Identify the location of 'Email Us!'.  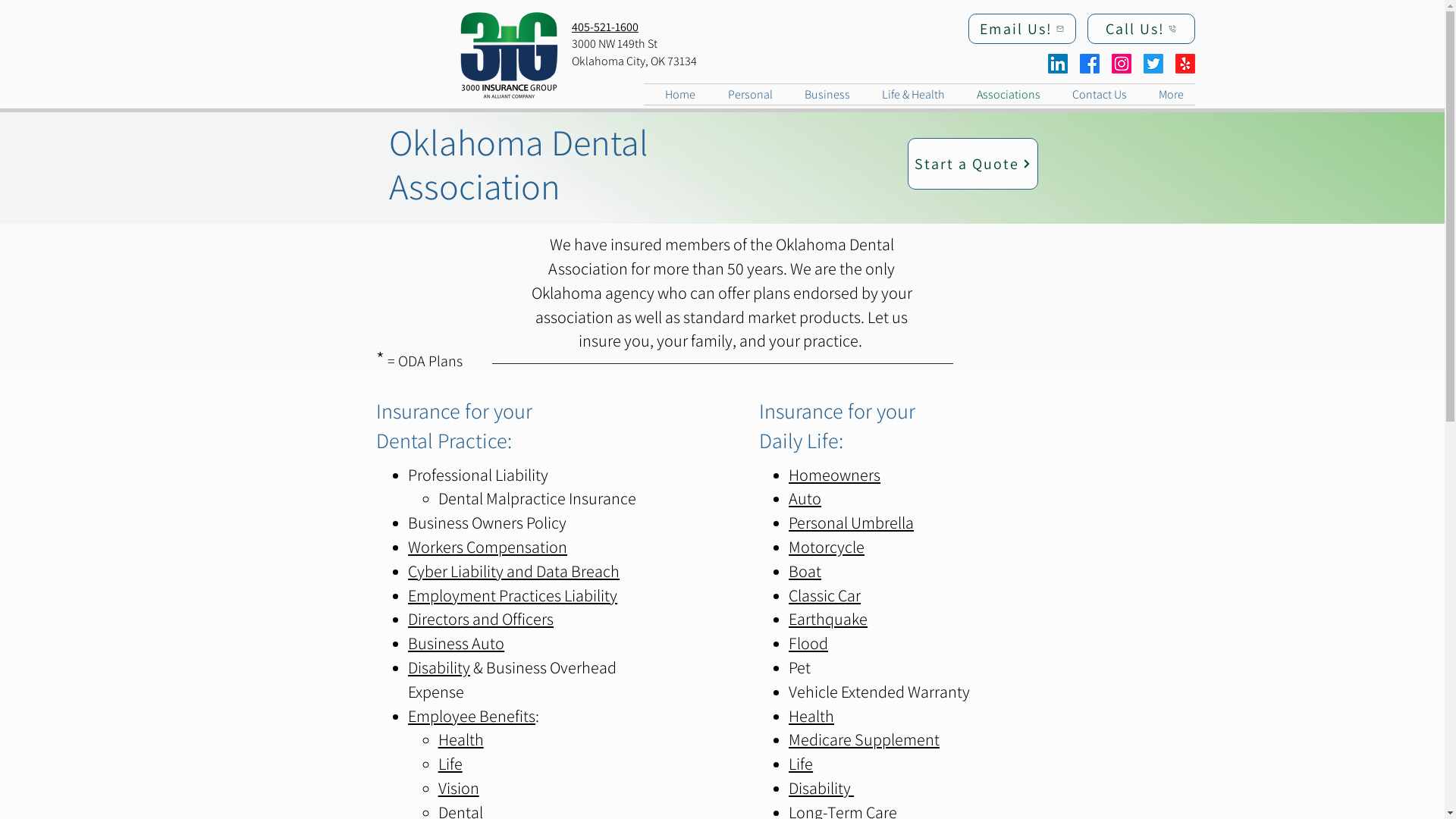
(1022, 29).